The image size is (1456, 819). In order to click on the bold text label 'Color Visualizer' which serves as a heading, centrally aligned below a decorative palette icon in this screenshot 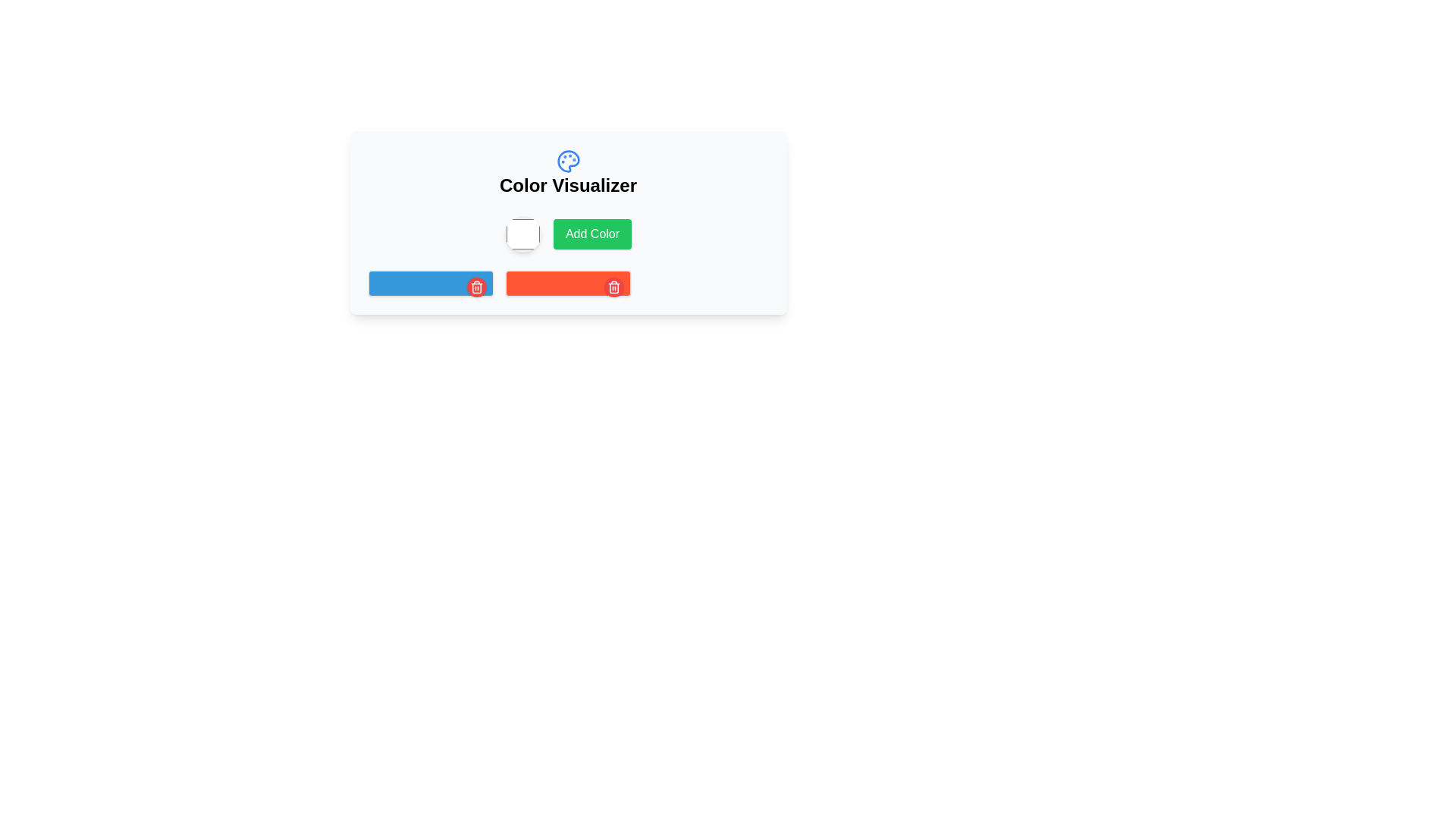, I will do `click(567, 185)`.